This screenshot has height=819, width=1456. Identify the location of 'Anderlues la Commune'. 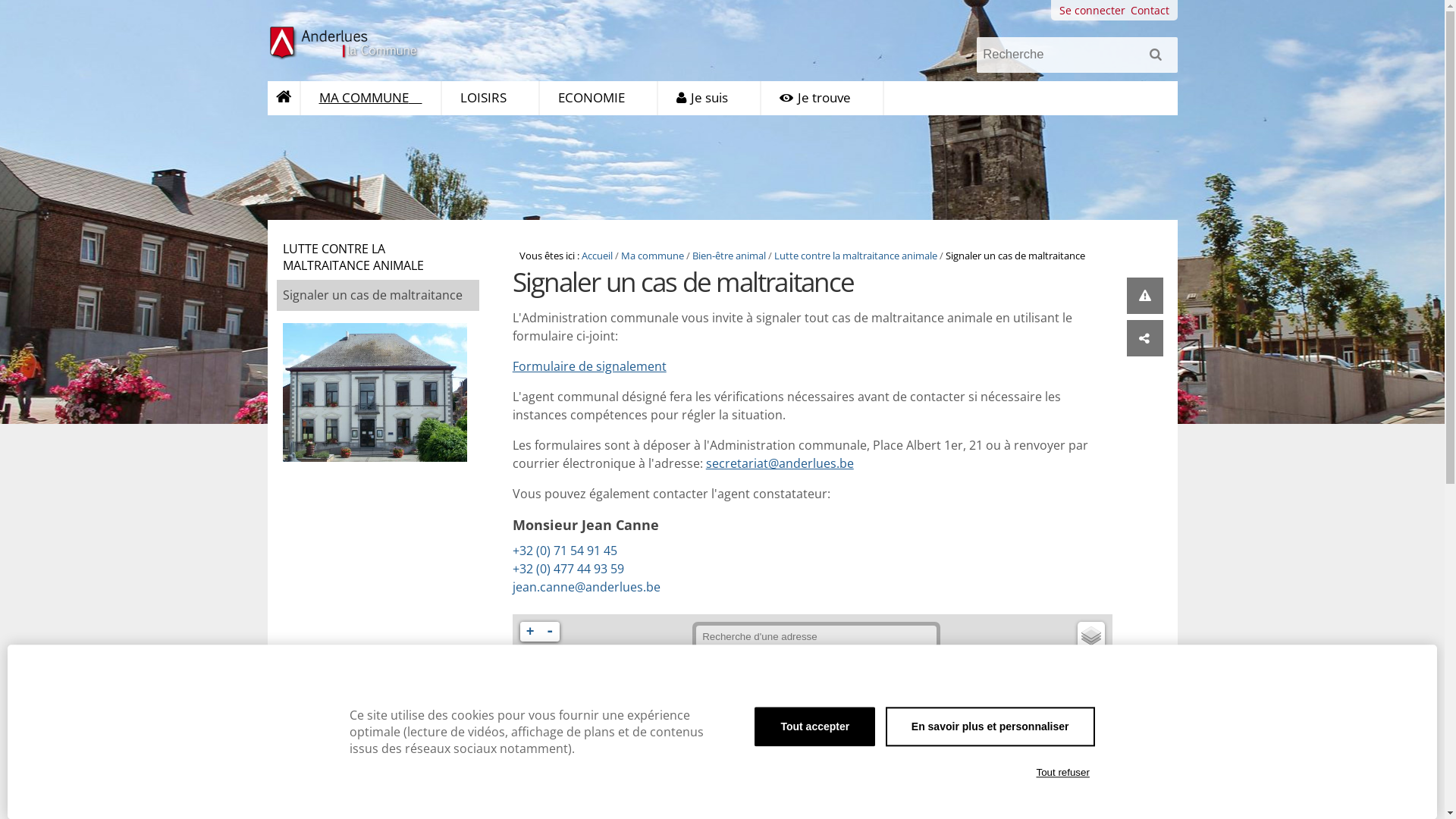
(346, 42).